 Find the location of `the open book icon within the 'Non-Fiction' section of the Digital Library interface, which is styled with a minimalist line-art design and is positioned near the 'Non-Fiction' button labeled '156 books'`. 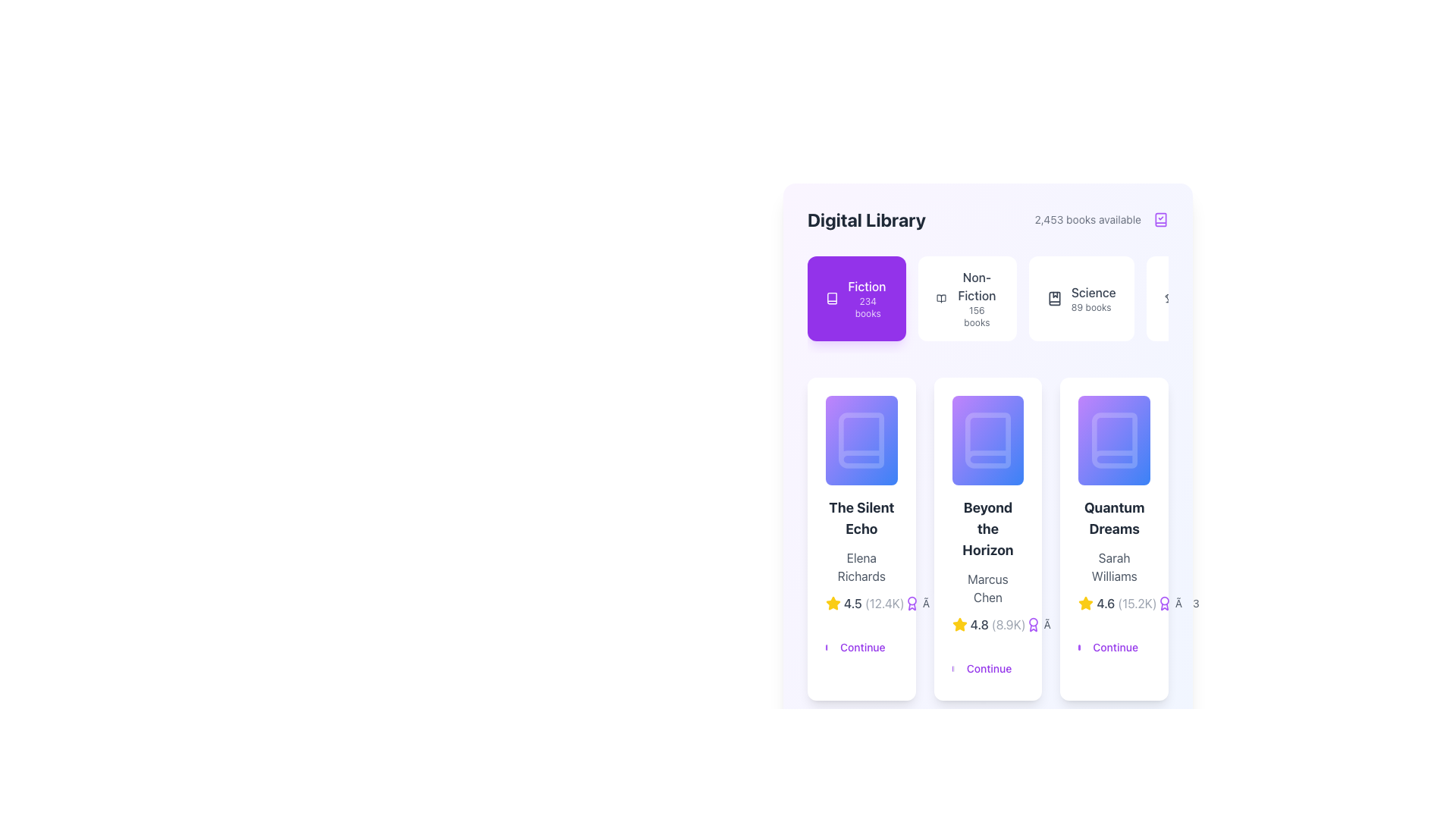

the open book icon within the 'Non-Fiction' section of the Digital Library interface, which is styled with a minimalist line-art design and is positioned near the 'Non-Fiction' button labeled '156 books' is located at coordinates (940, 298).